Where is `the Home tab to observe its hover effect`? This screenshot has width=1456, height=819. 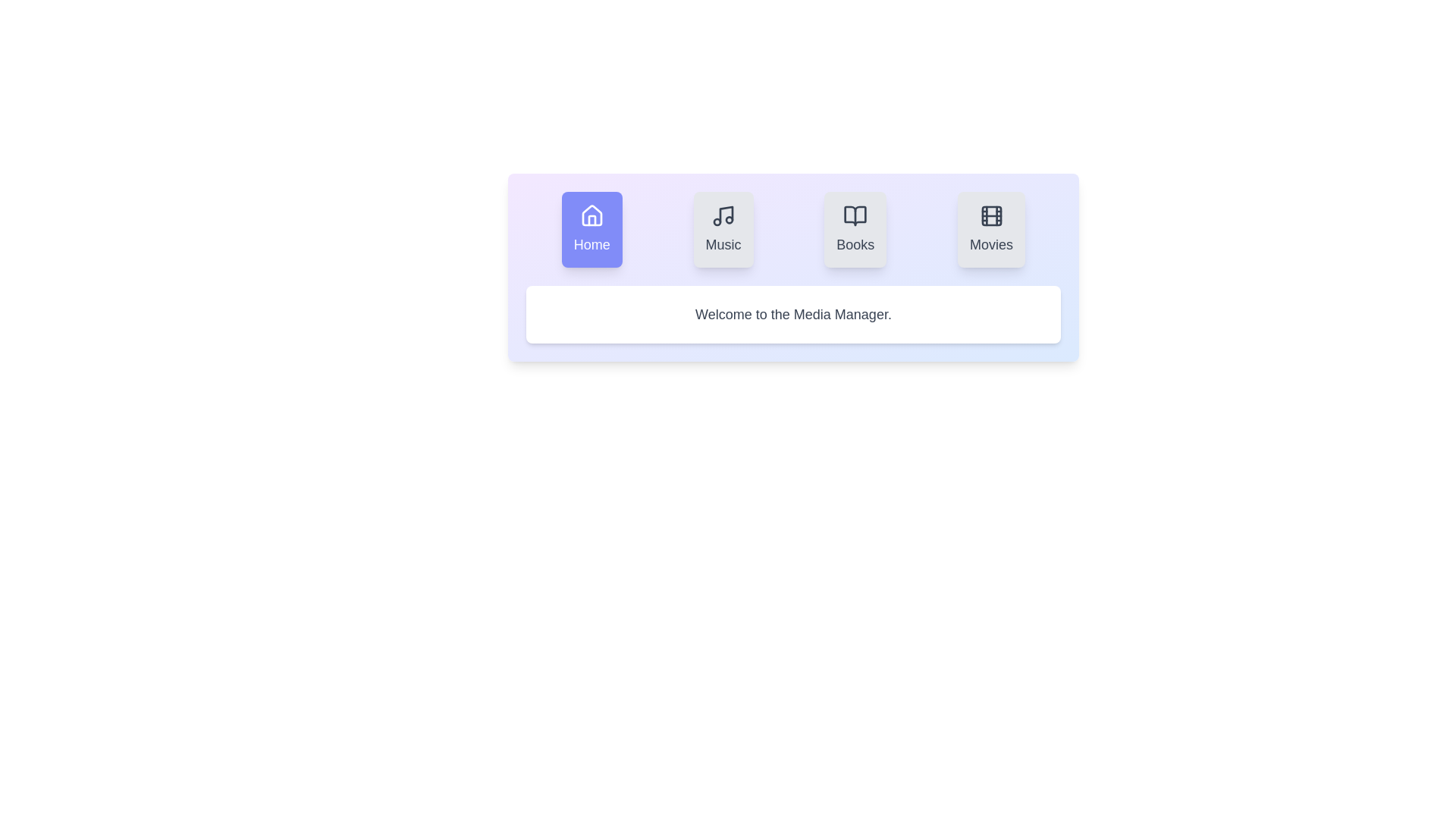
the Home tab to observe its hover effect is located at coordinates (591, 230).